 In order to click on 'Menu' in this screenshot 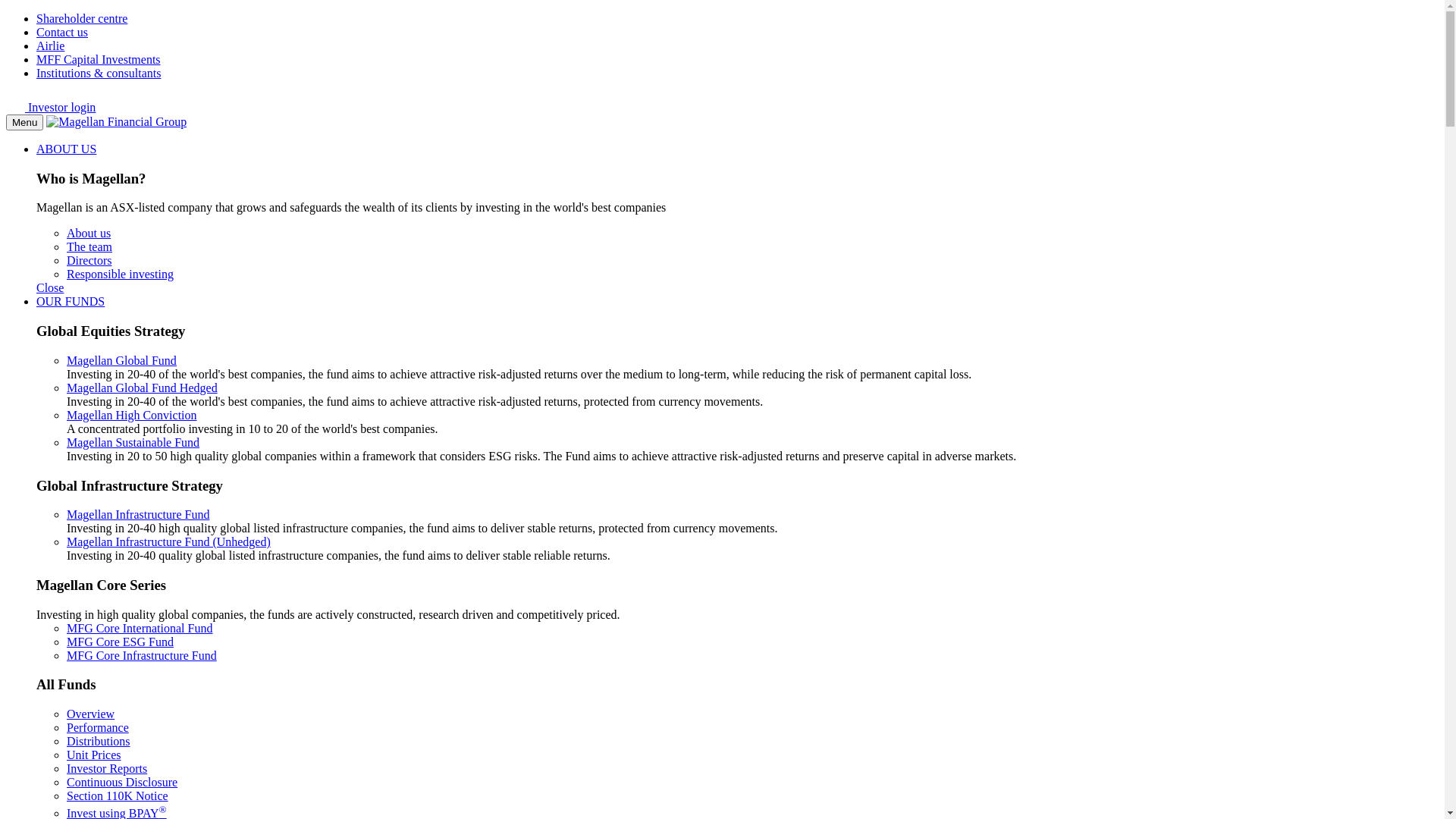, I will do `click(24, 121)`.